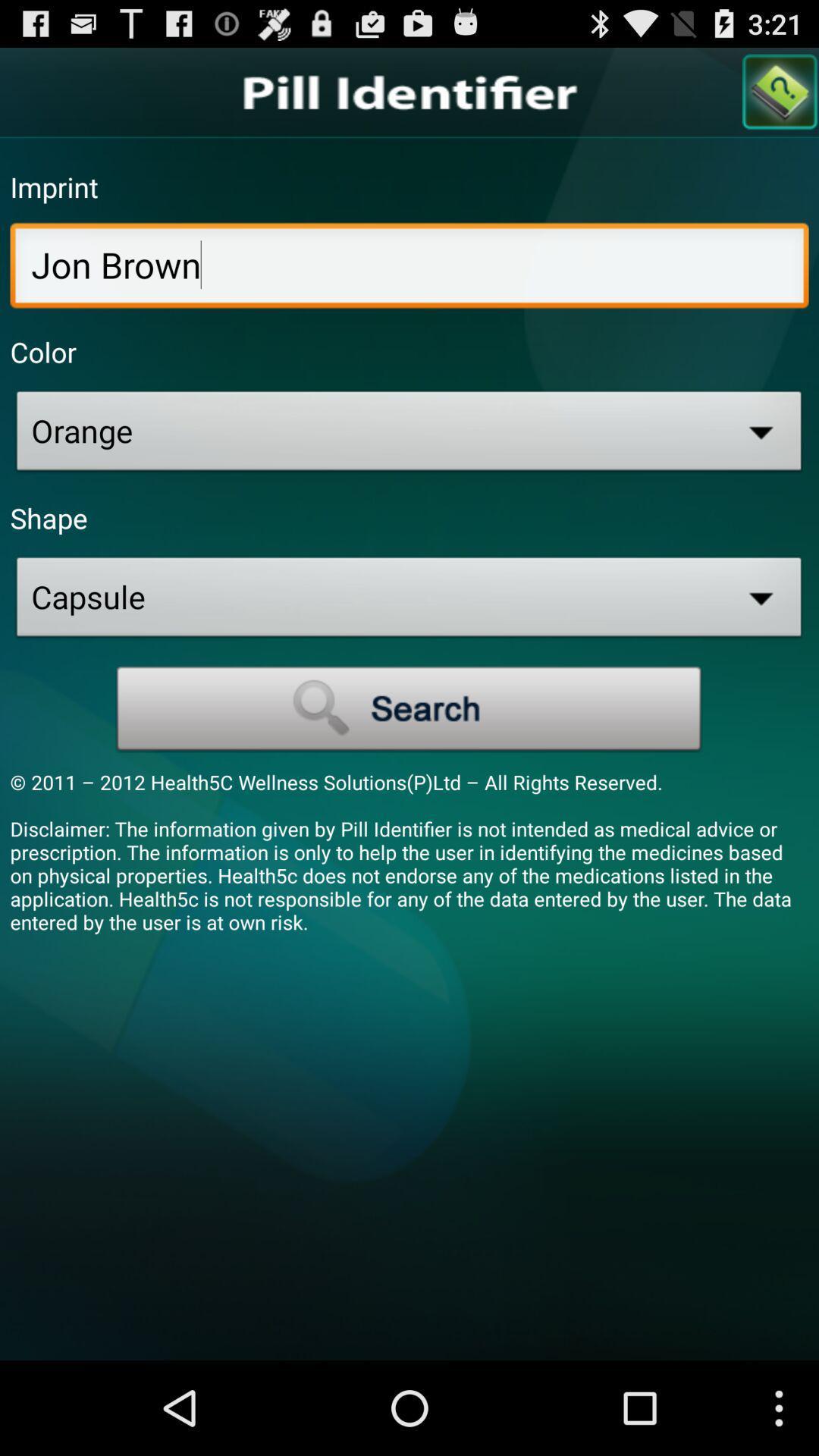 The image size is (819, 1456). What do you see at coordinates (780, 91) in the screenshot?
I see `query option` at bounding box center [780, 91].